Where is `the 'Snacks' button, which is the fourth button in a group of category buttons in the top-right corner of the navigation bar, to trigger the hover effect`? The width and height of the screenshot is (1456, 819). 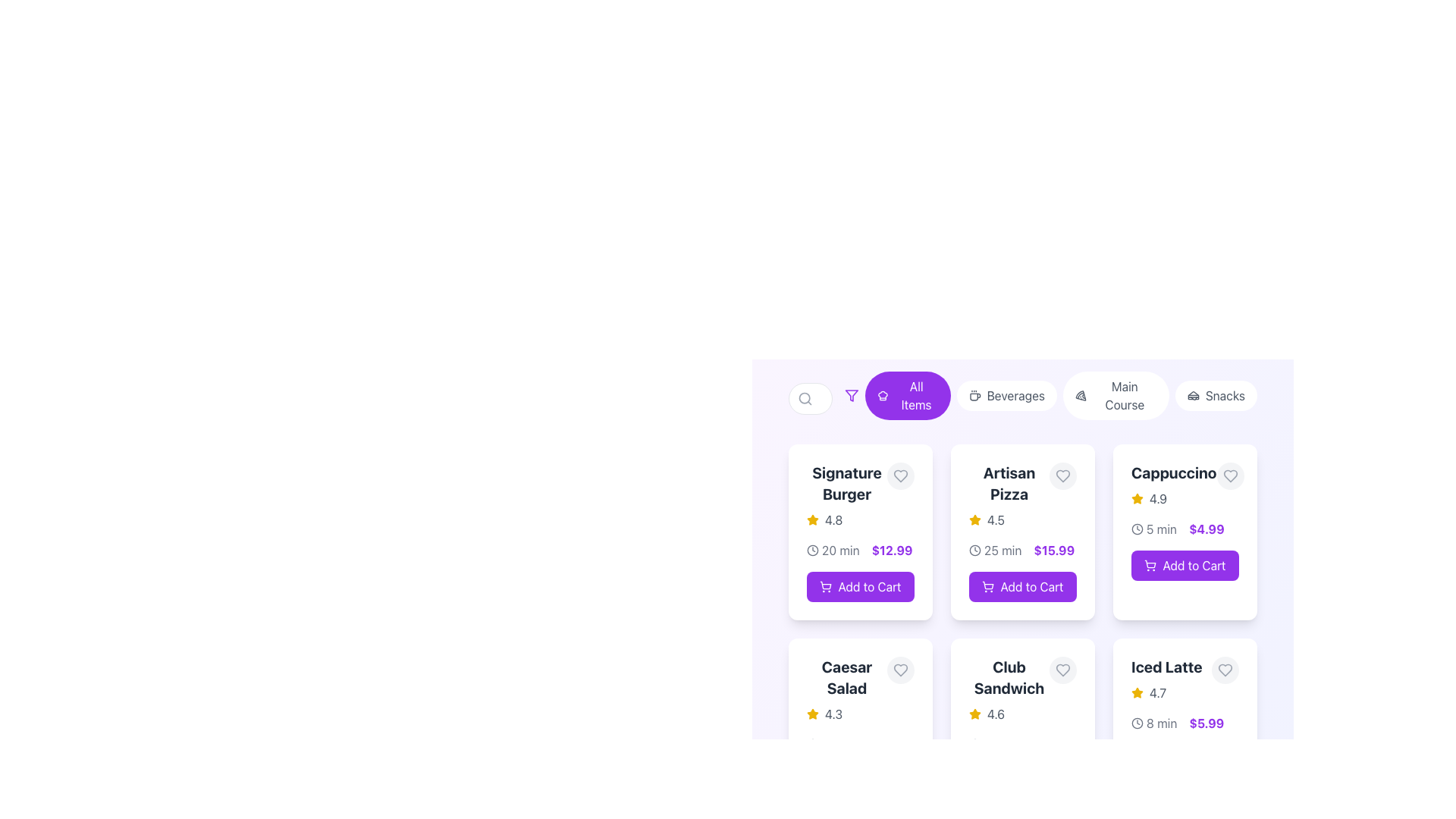
the 'Snacks' button, which is the fourth button in a group of category buttons in the top-right corner of the navigation bar, to trigger the hover effect is located at coordinates (1216, 394).